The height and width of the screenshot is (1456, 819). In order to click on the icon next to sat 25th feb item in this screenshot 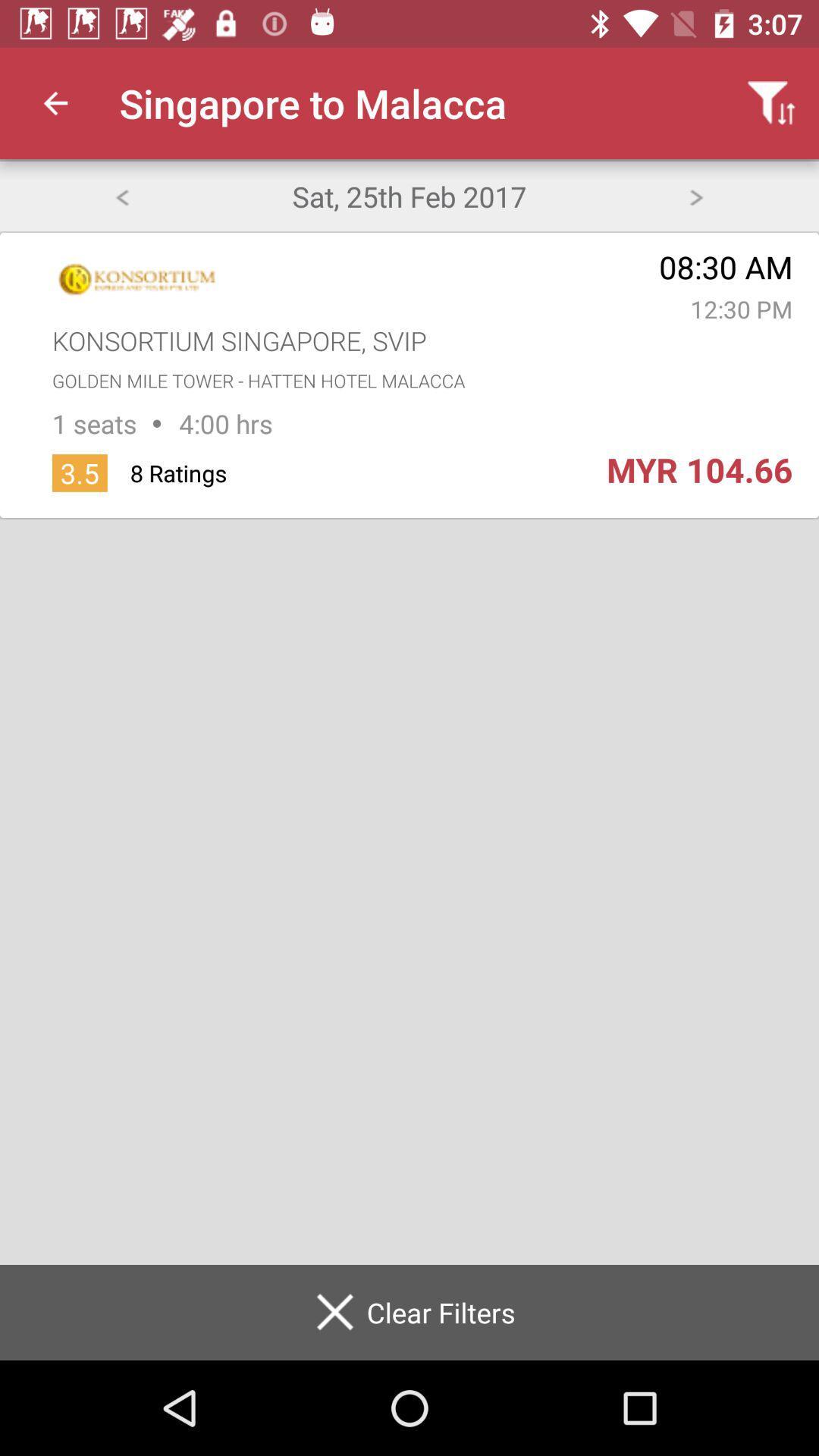, I will do `click(121, 195)`.